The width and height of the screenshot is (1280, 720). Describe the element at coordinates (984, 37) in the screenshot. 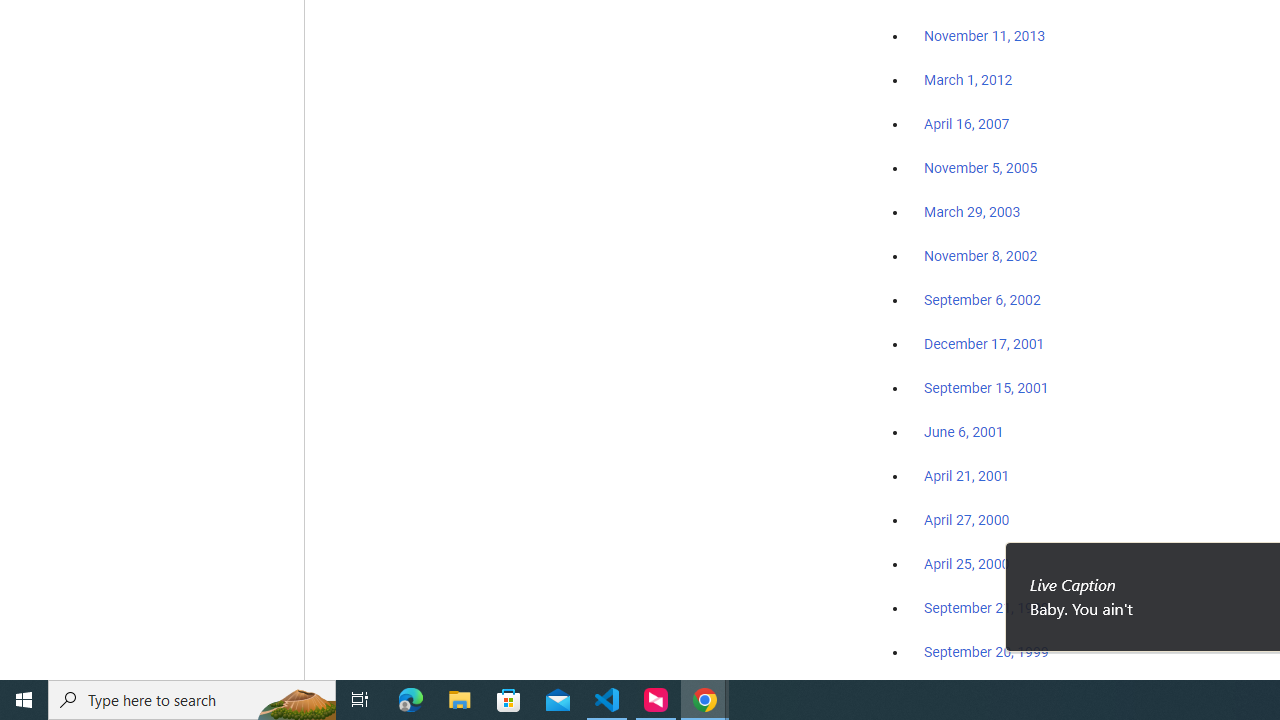

I see `'November 11, 2013'` at that location.